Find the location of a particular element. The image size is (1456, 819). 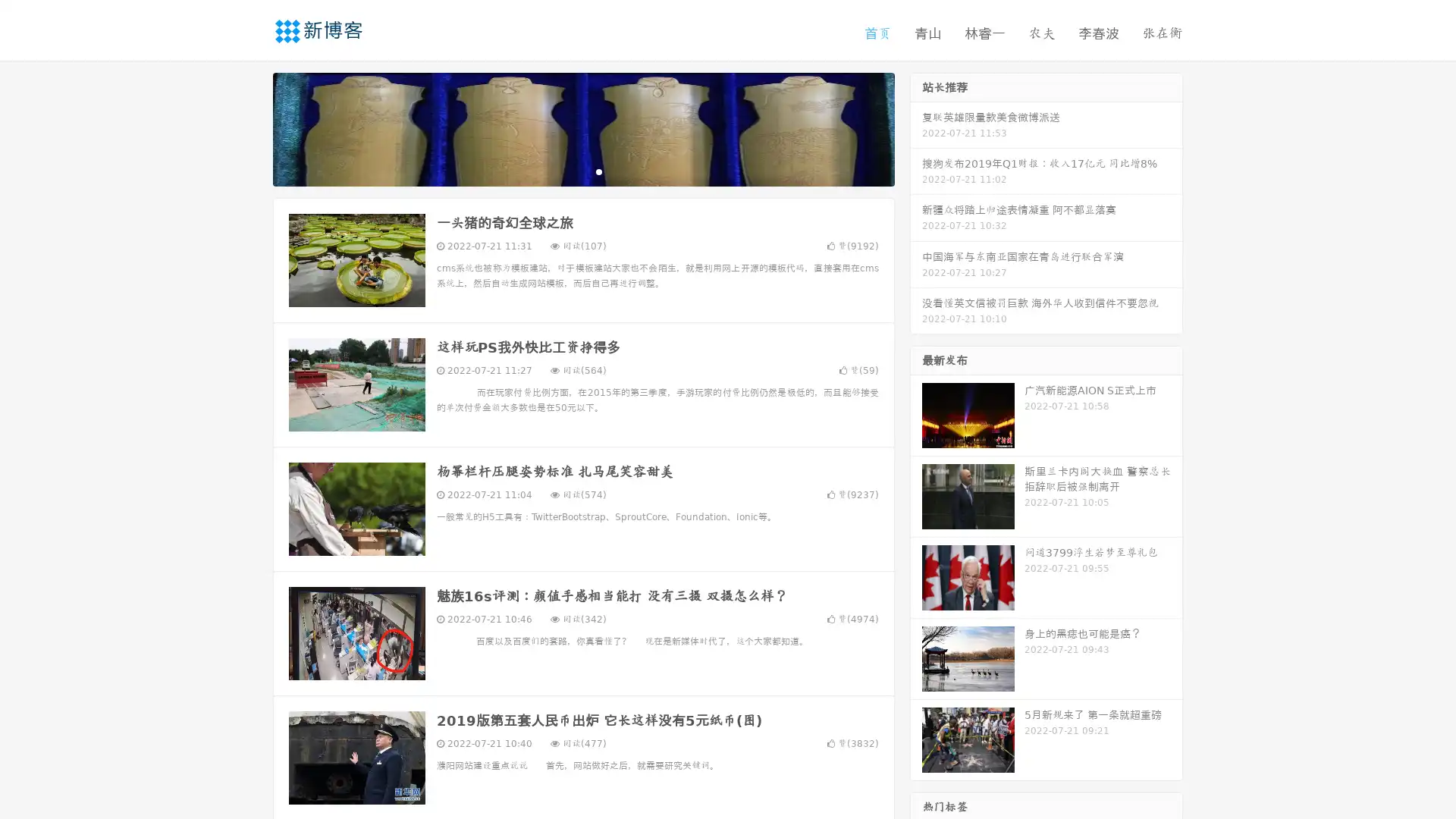

Go to slide 1 is located at coordinates (567, 171).